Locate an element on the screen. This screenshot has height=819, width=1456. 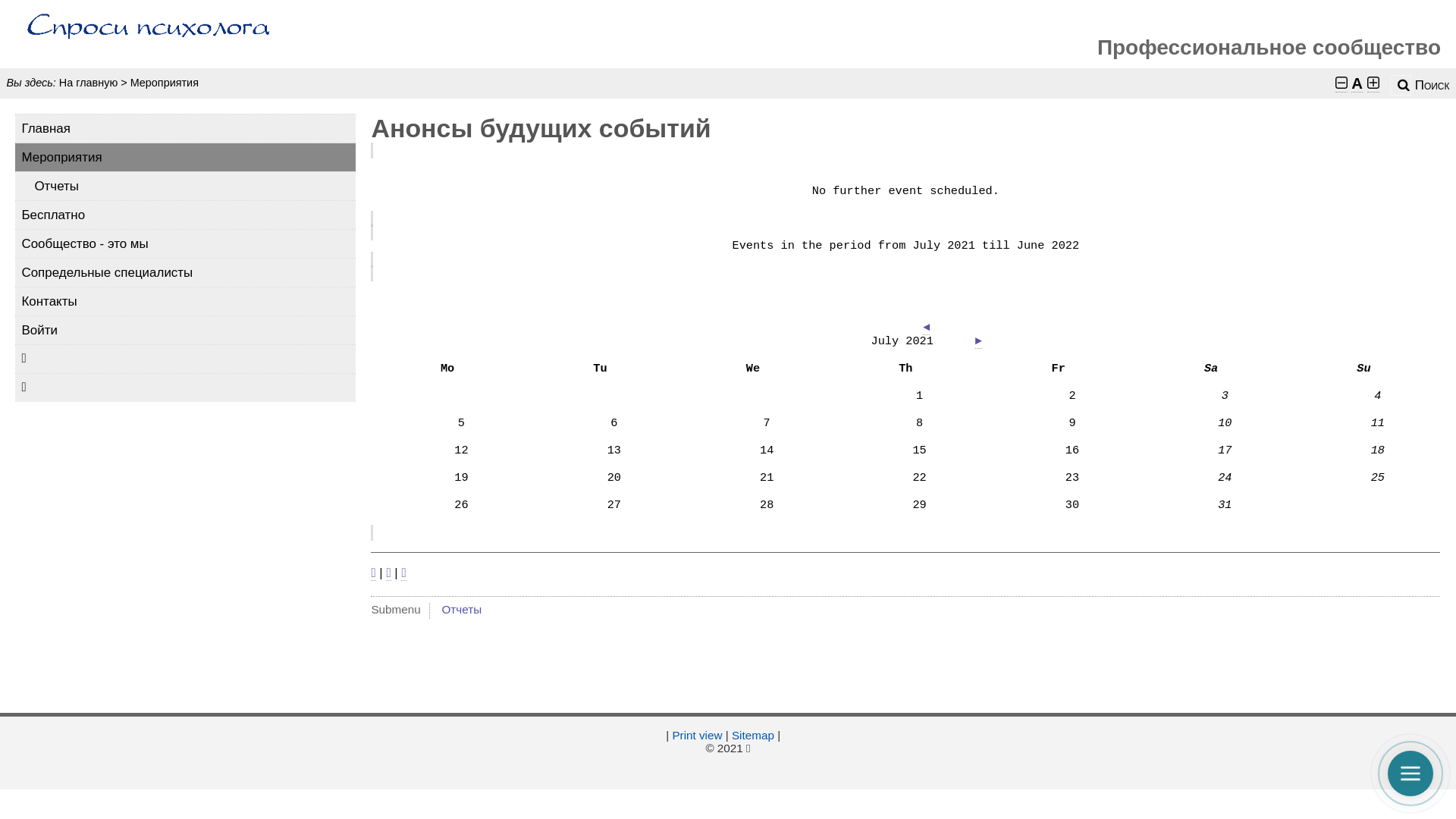
'Print view' is located at coordinates (695, 734).